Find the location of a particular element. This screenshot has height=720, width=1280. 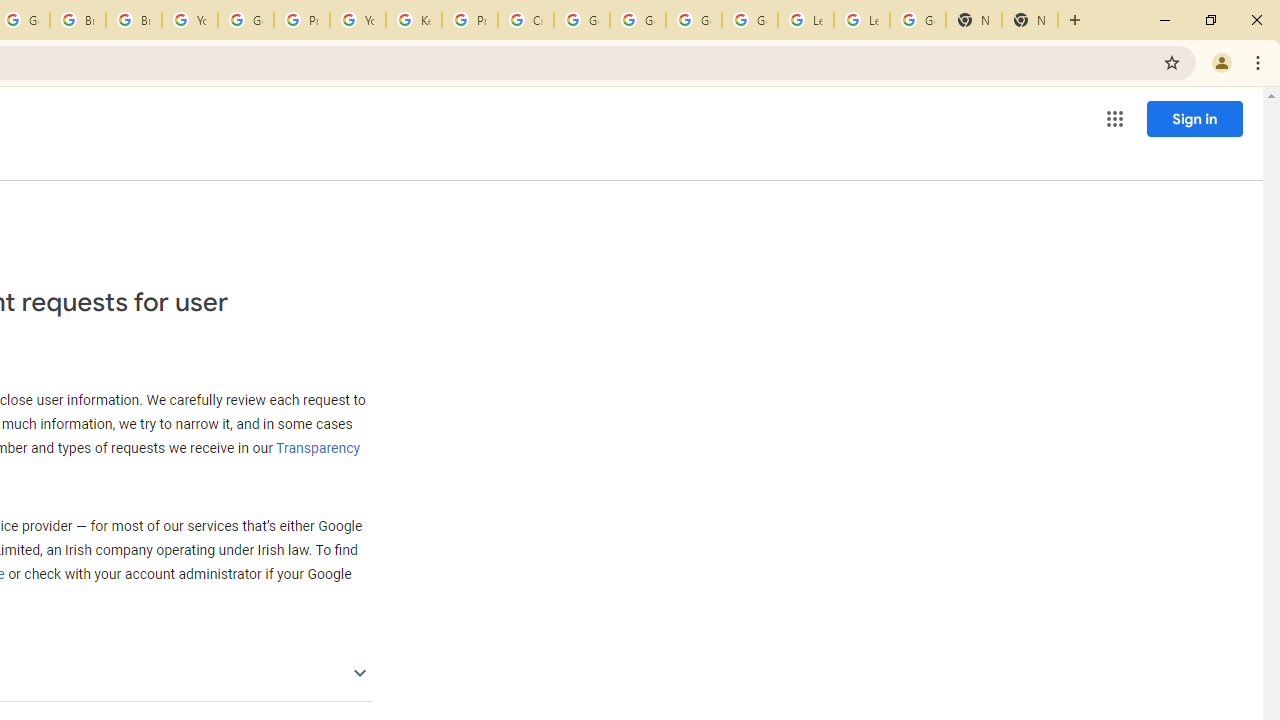

'Google Account' is located at coordinates (916, 20).